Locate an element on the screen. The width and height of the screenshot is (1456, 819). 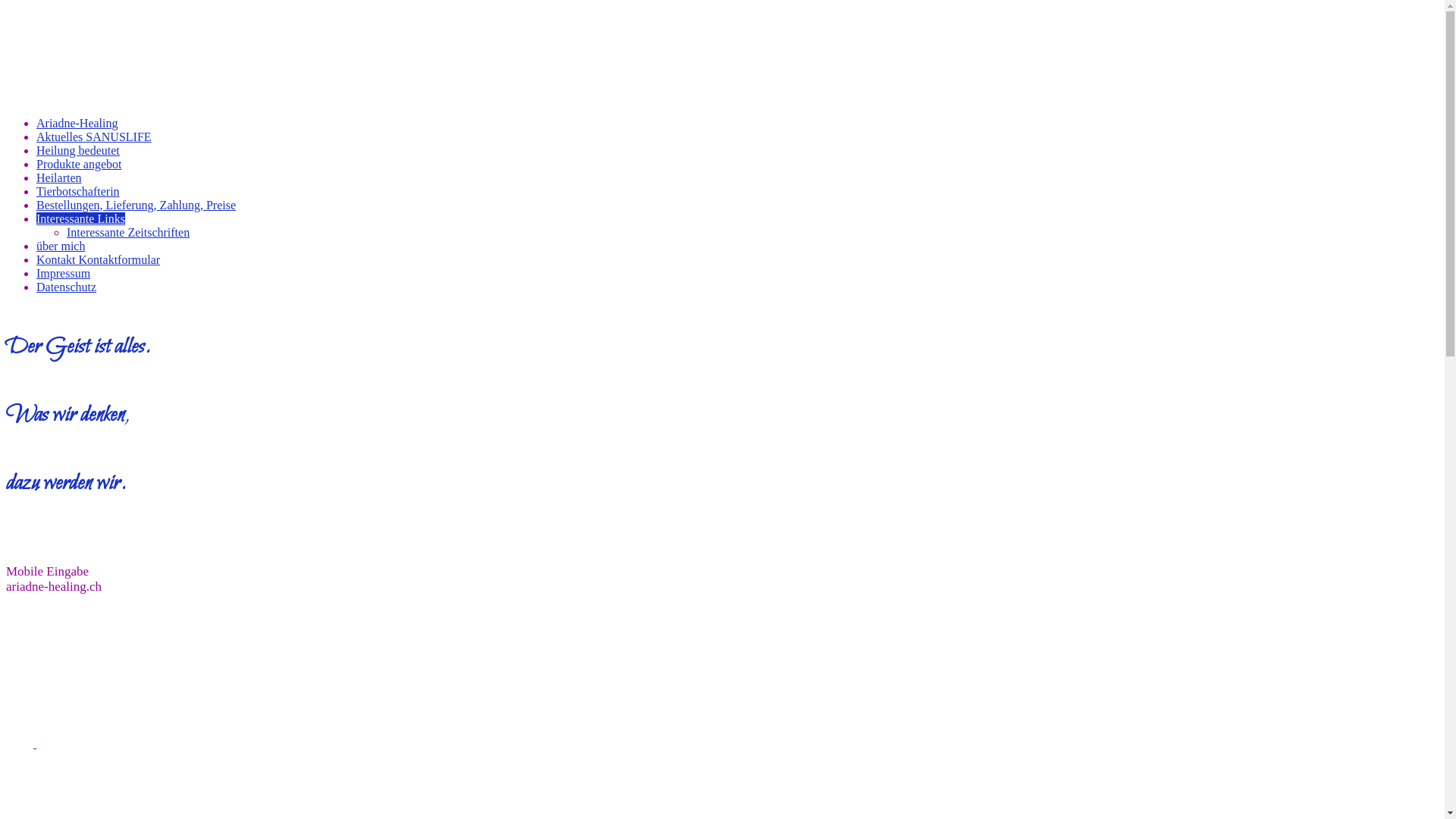
'Tierbotschafterin' is located at coordinates (77, 190).